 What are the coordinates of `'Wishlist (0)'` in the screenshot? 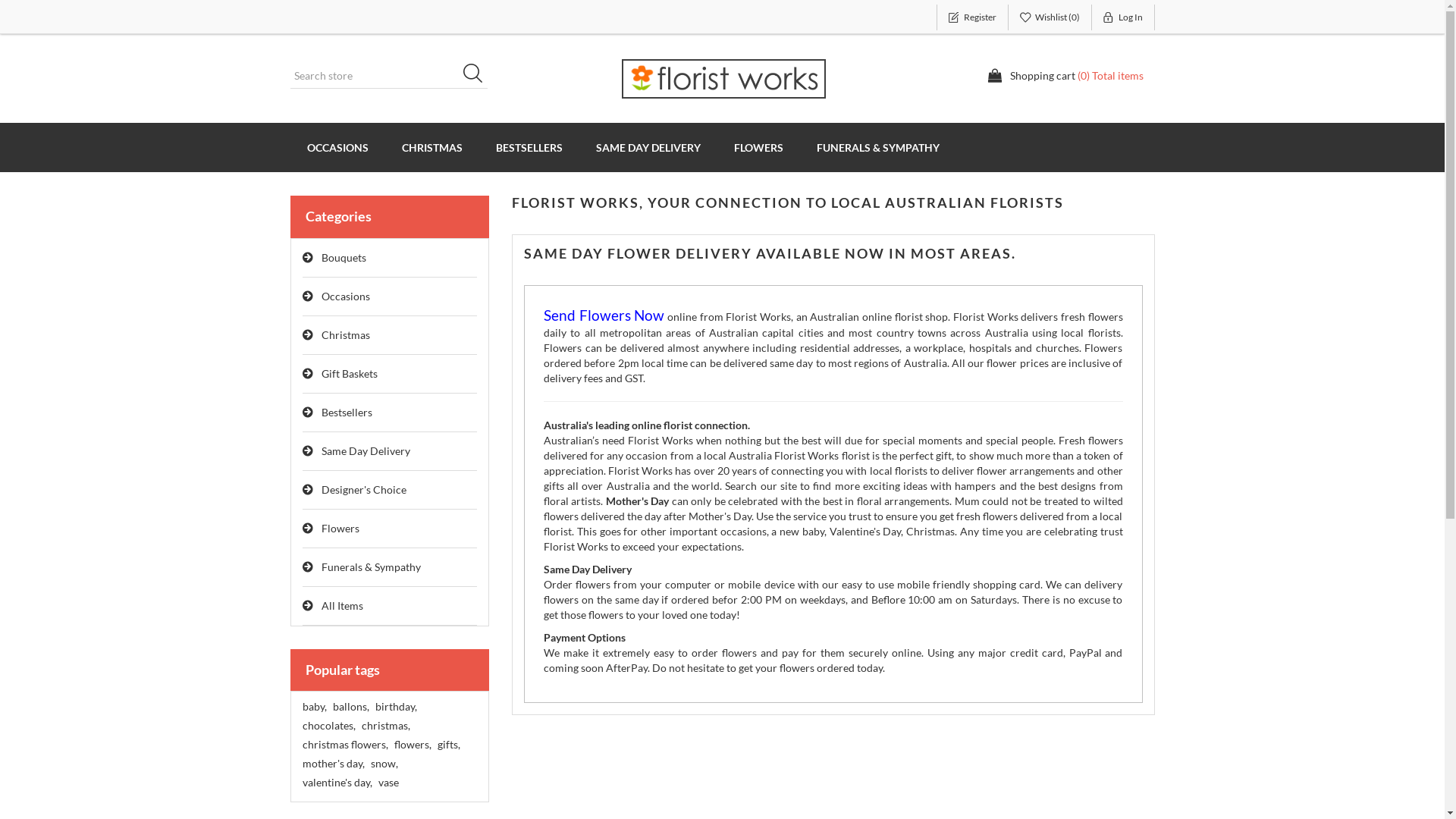 It's located at (1008, 17).